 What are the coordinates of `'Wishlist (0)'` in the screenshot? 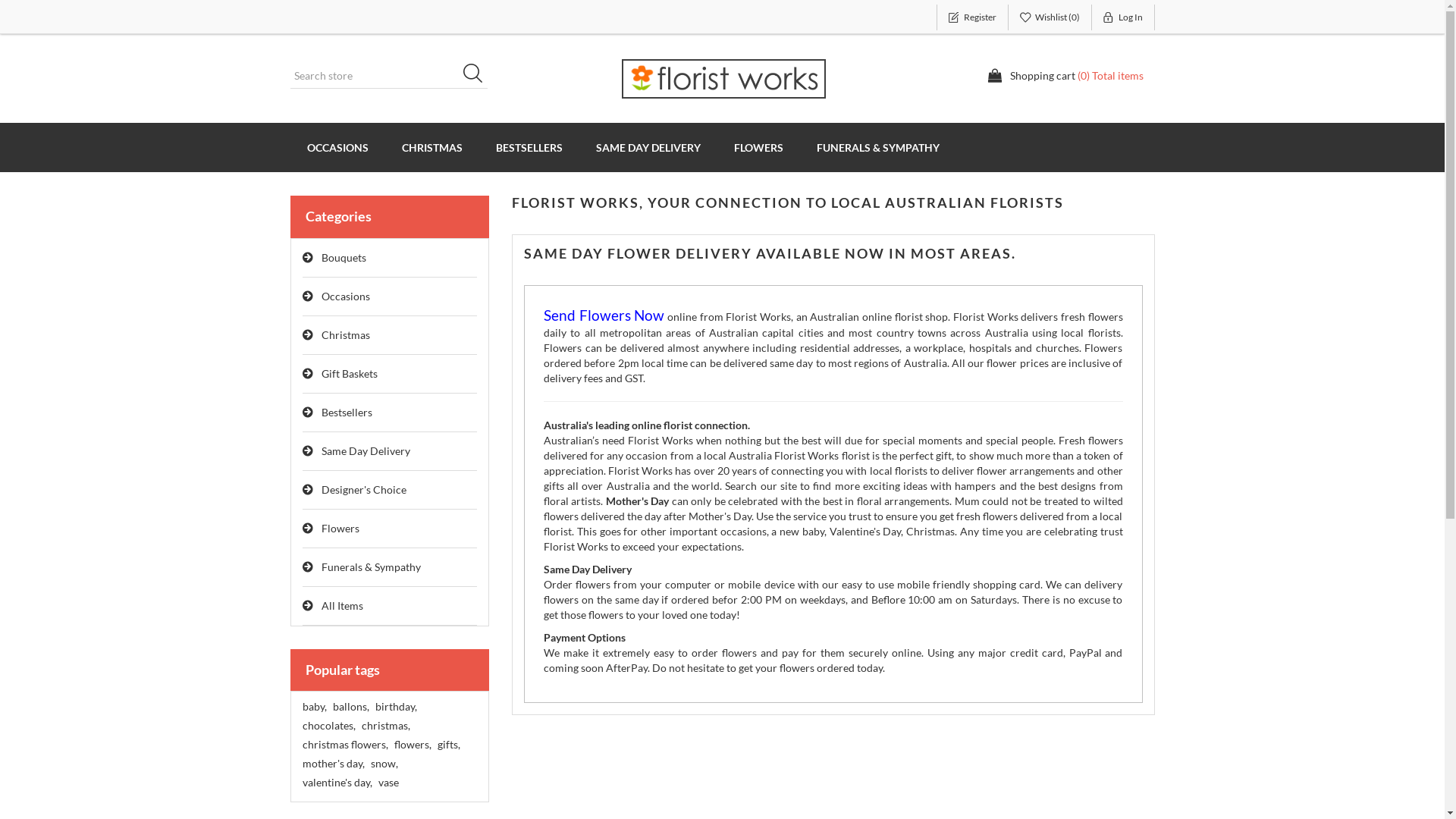 It's located at (1008, 17).